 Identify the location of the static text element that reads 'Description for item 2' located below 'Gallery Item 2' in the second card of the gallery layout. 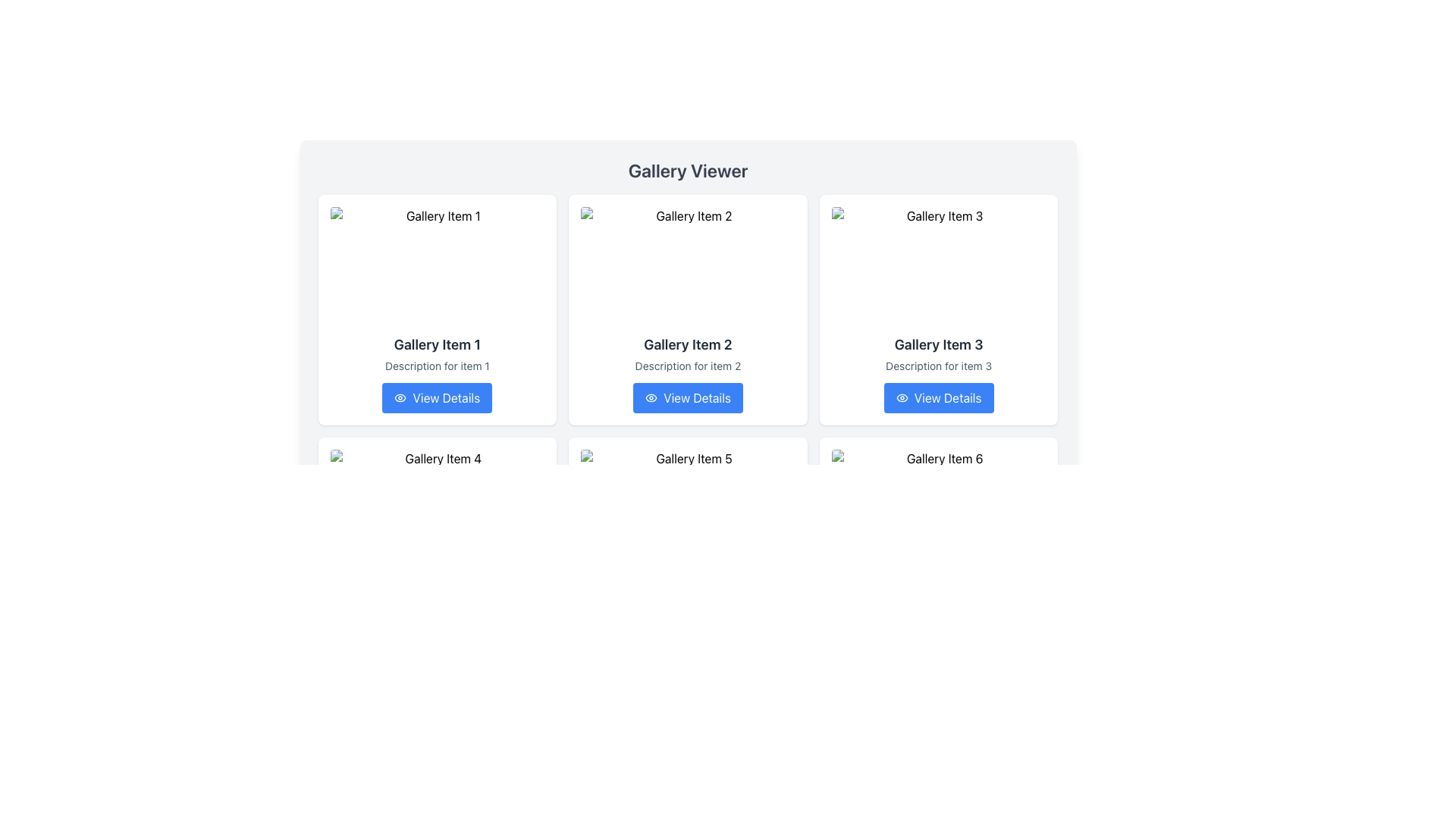
(687, 366).